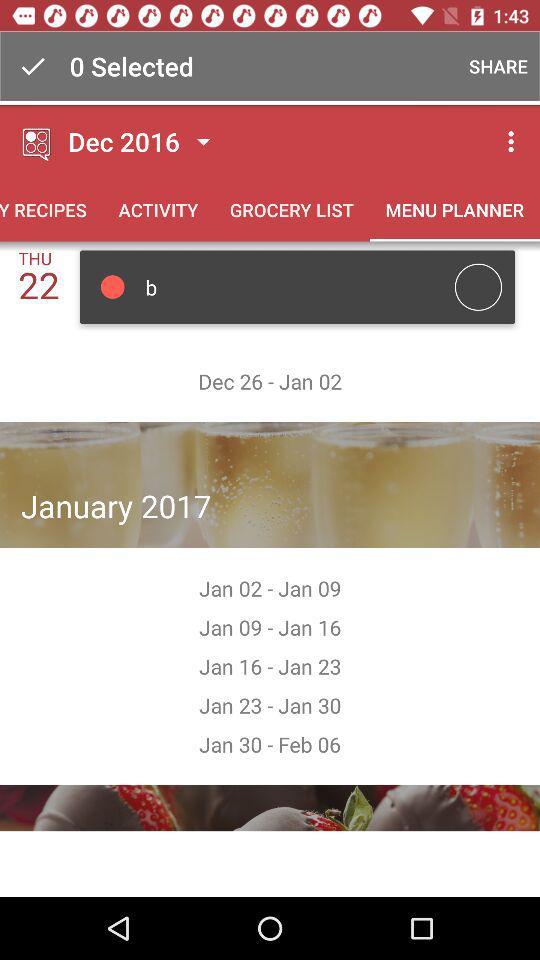 Image resolution: width=540 pixels, height=960 pixels. I want to click on share which is at top right corner of the page, so click(495, 66).